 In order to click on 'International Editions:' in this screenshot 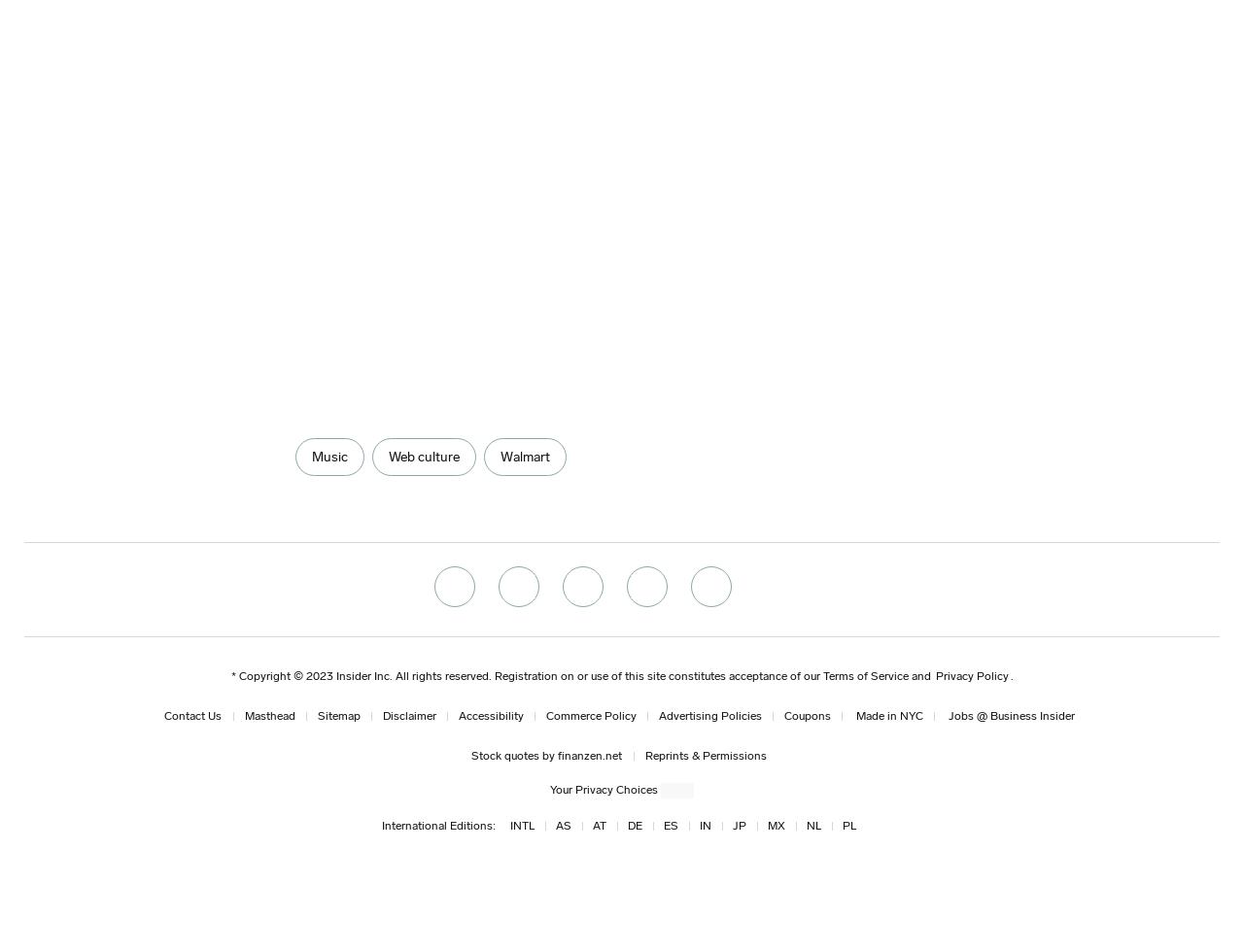, I will do `click(437, 824)`.